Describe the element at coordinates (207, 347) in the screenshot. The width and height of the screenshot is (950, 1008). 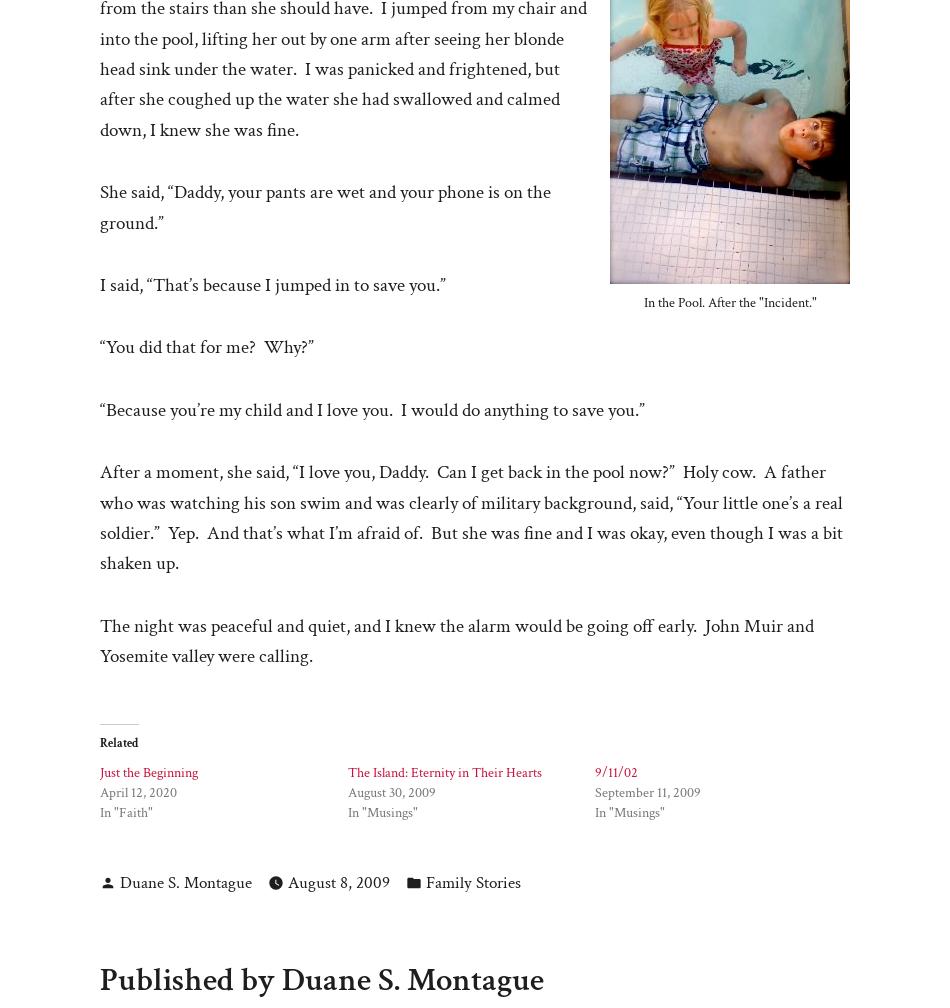
I see `'“You did that for me?  Why?”'` at that location.